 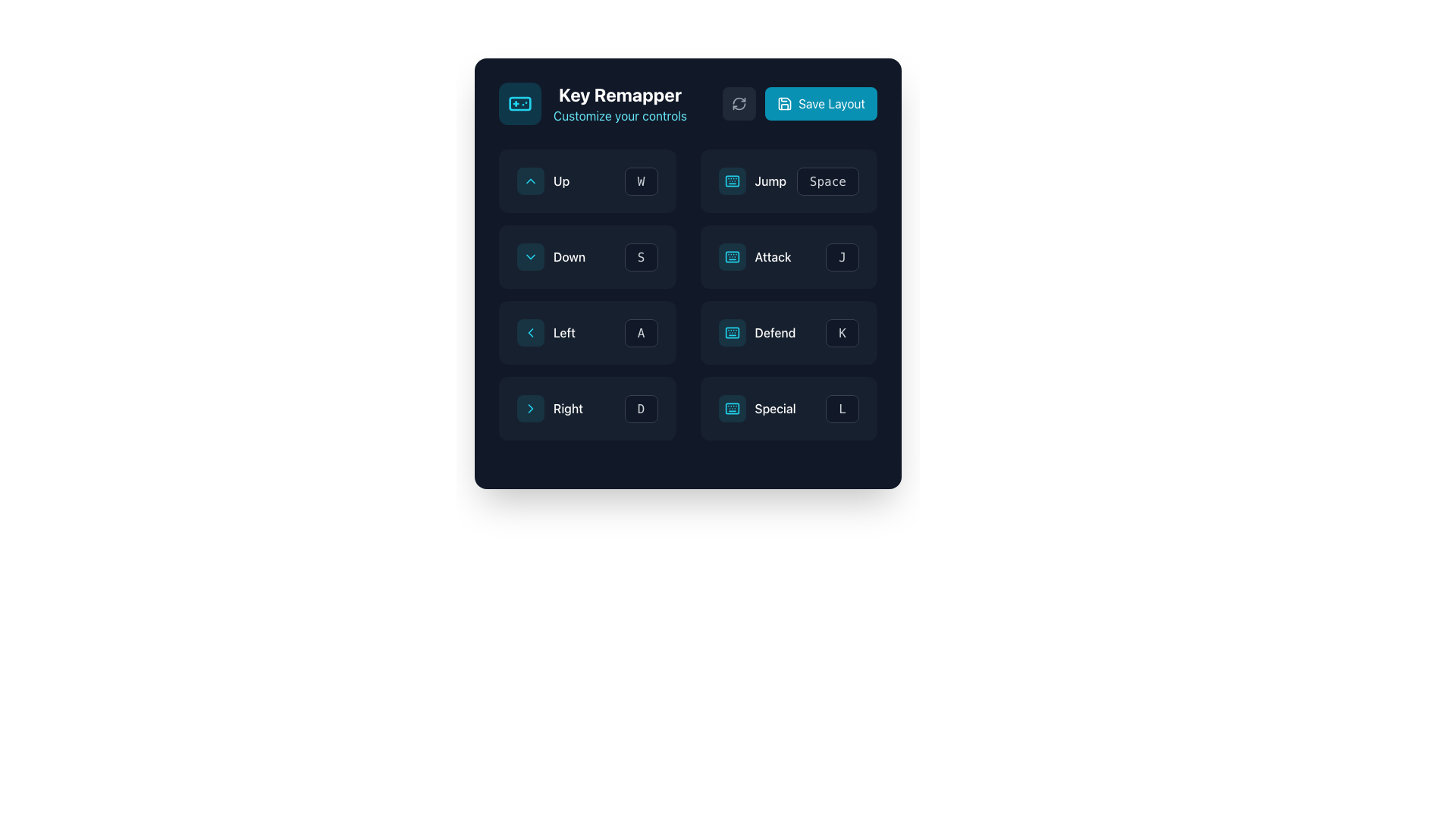 What do you see at coordinates (732, 180) in the screenshot?
I see `small SVG rectangle with rounded corners, styled in a dark color, located centrally within the keyboard icon group in the top-right corner of the interface for debugging` at bounding box center [732, 180].